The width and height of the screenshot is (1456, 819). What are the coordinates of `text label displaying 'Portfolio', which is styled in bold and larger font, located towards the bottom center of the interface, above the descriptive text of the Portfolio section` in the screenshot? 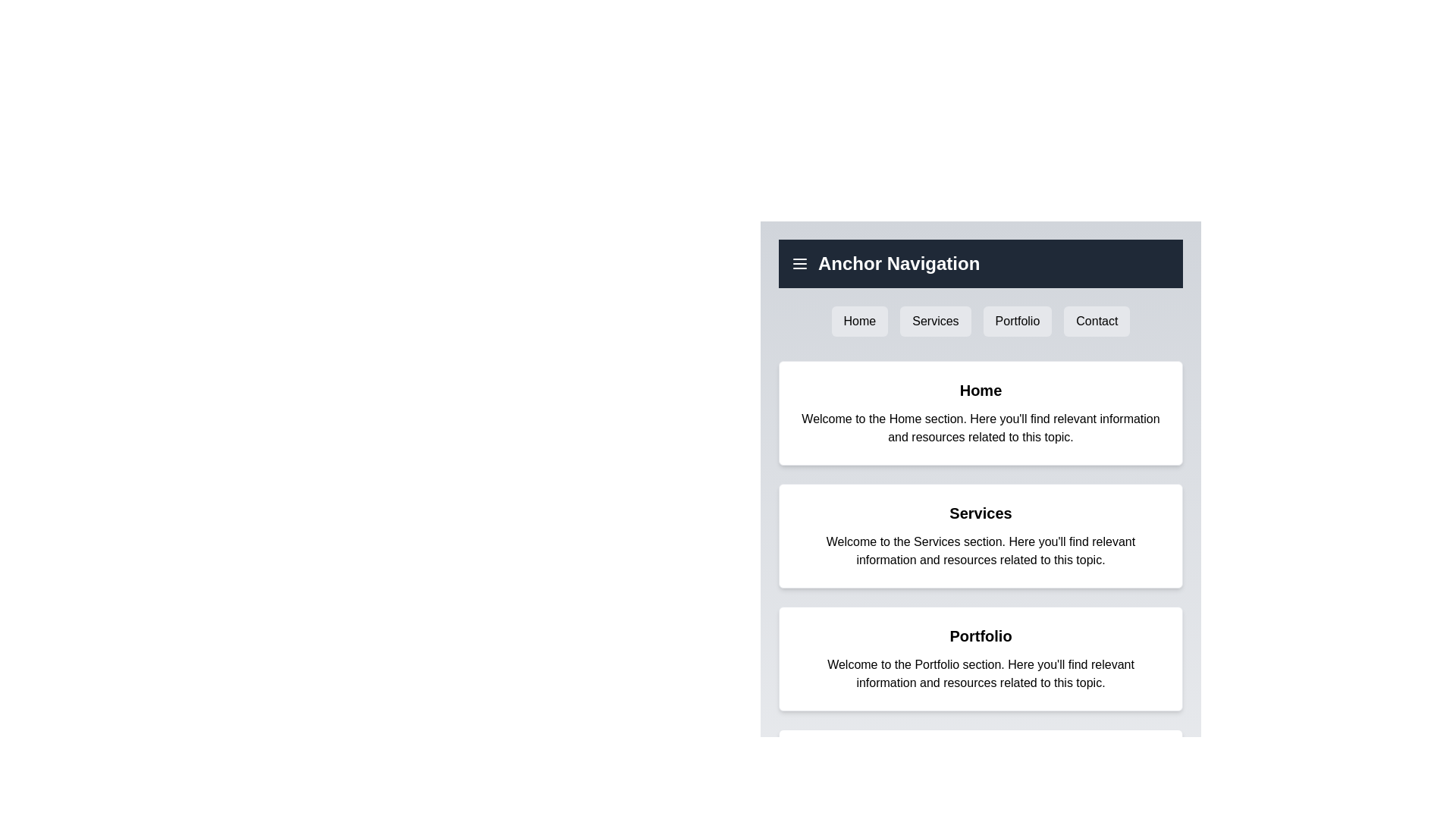 It's located at (981, 636).